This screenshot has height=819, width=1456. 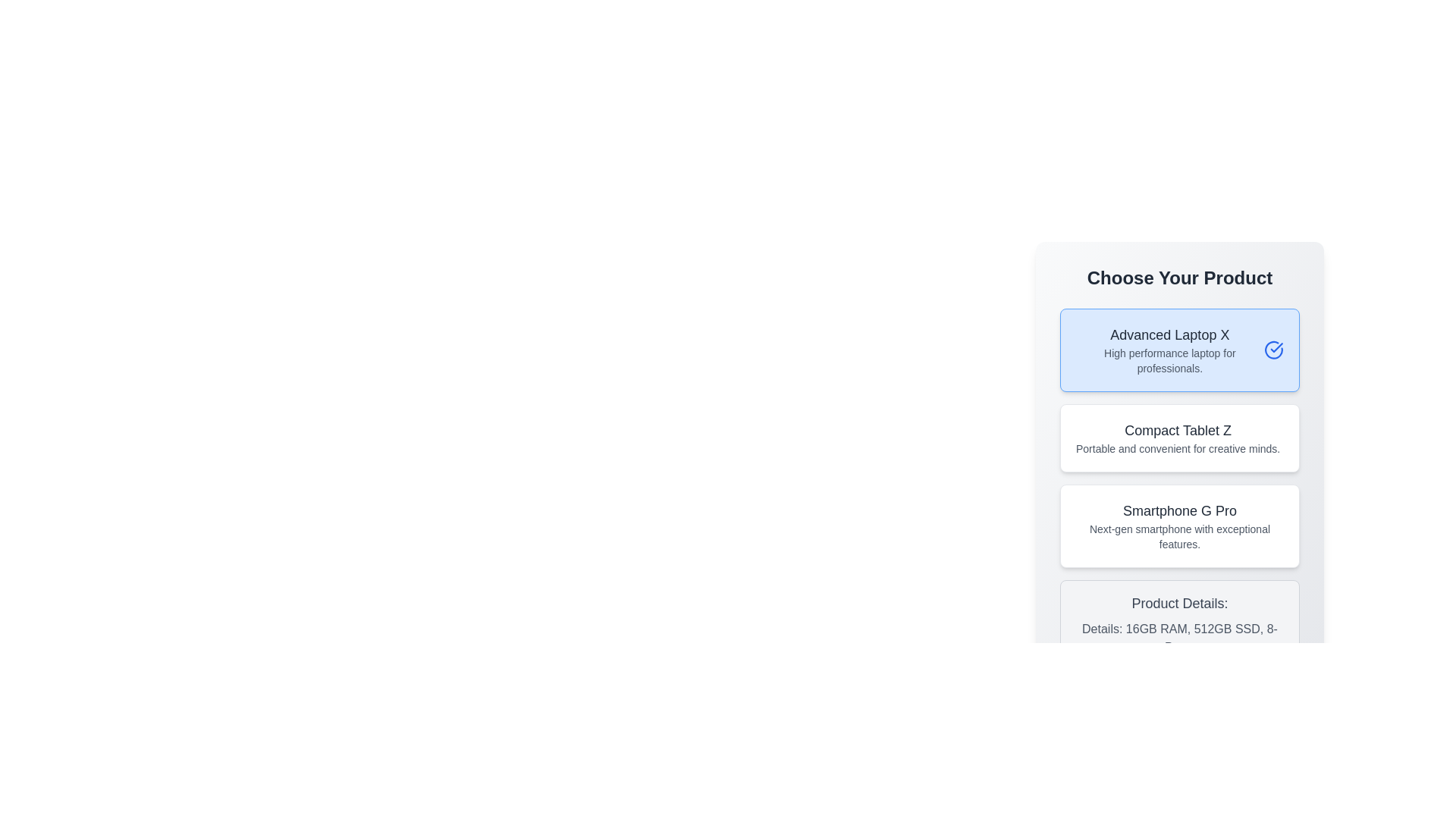 I want to click on the Informative card displaying 'Smartphone G Pro', which is the third card in a vertical list of product listings, so click(x=1178, y=526).